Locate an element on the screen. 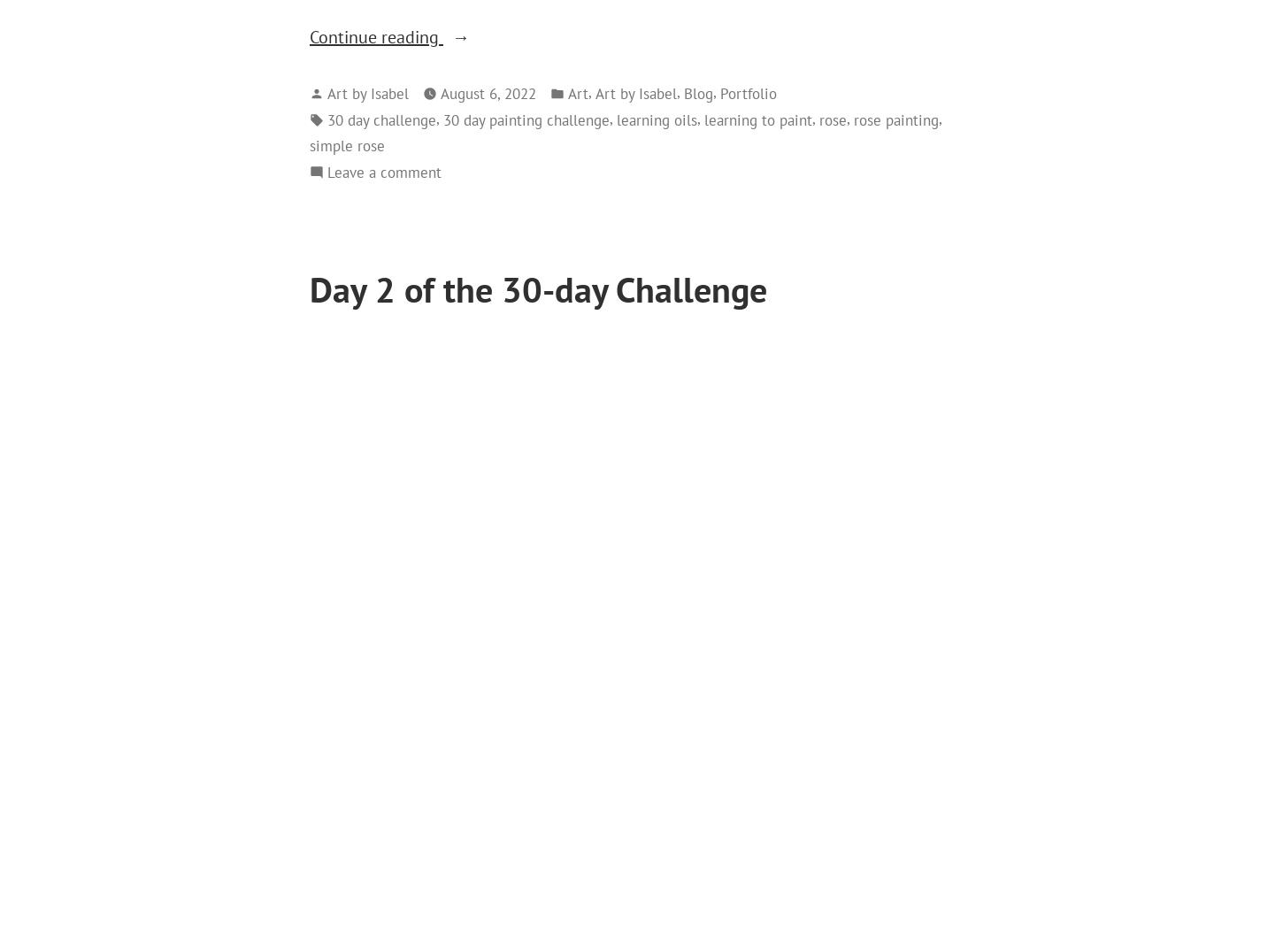 This screenshot has height=952, width=1283. 'Leave a comment' is located at coordinates (383, 170).